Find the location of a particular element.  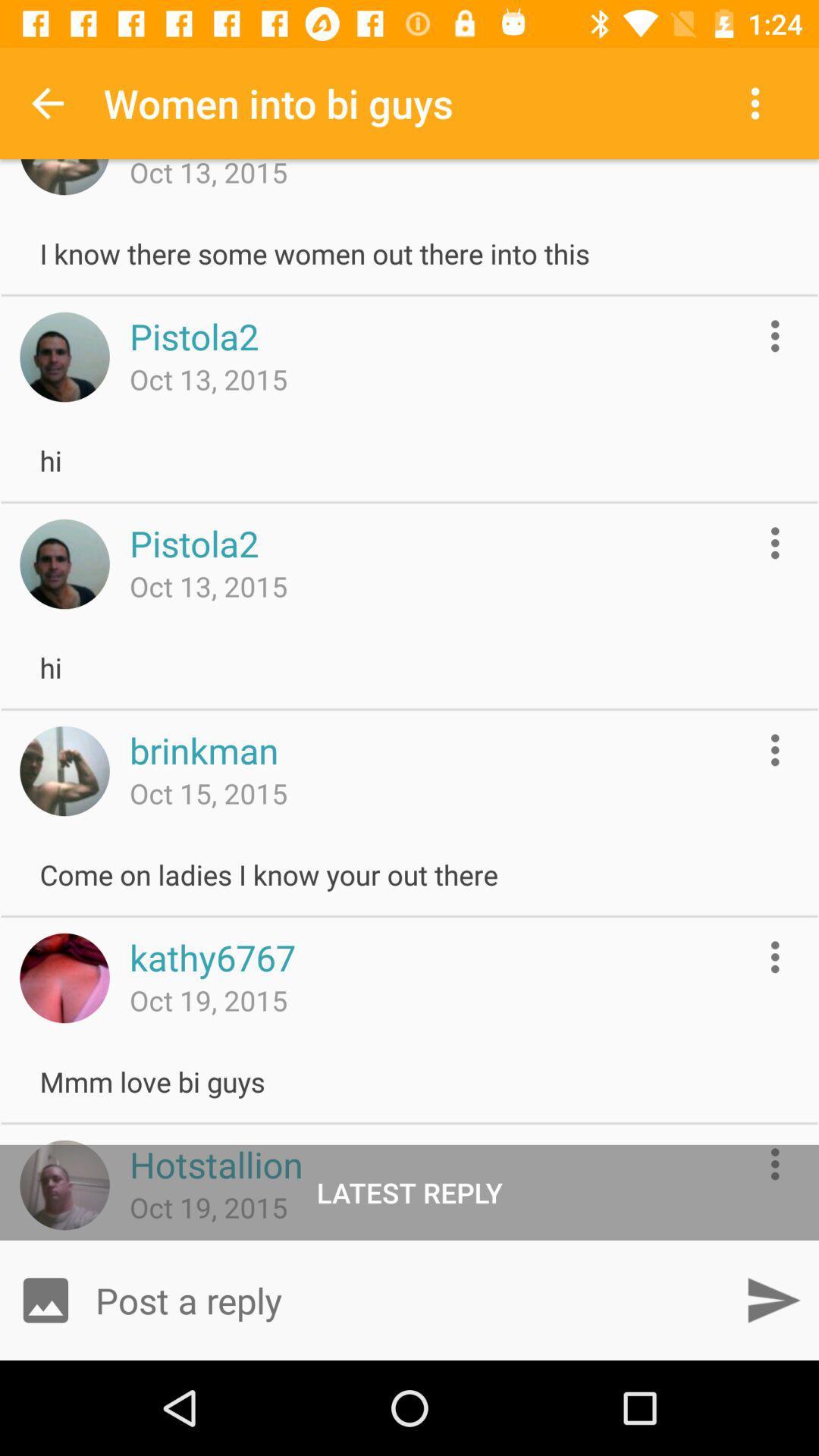

a profile is located at coordinates (64, 771).